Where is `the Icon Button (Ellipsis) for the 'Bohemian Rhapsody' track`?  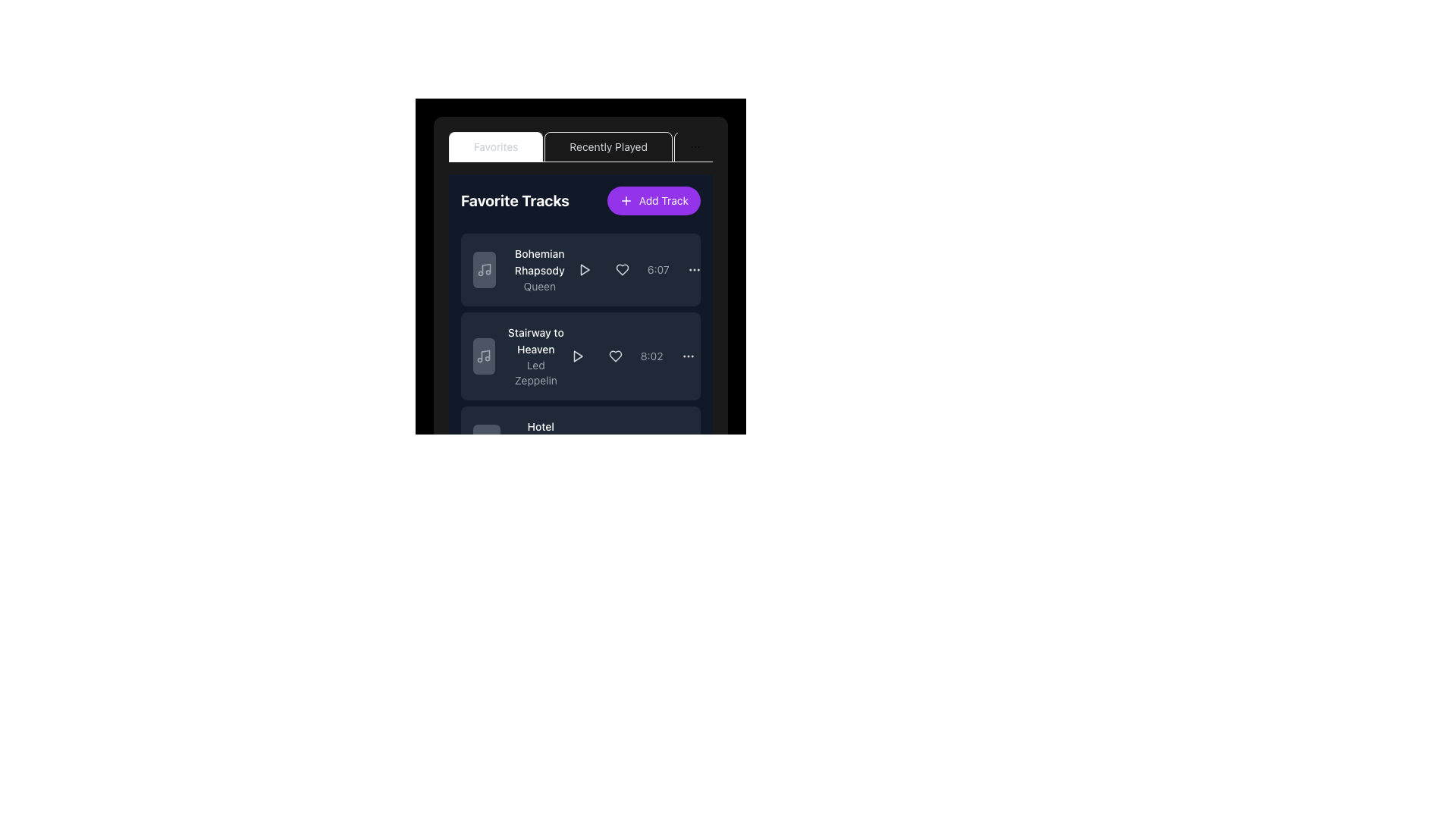
the Icon Button (Ellipsis) for the 'Bohemian Rhapsody' track is located at coordinates (693, 268).